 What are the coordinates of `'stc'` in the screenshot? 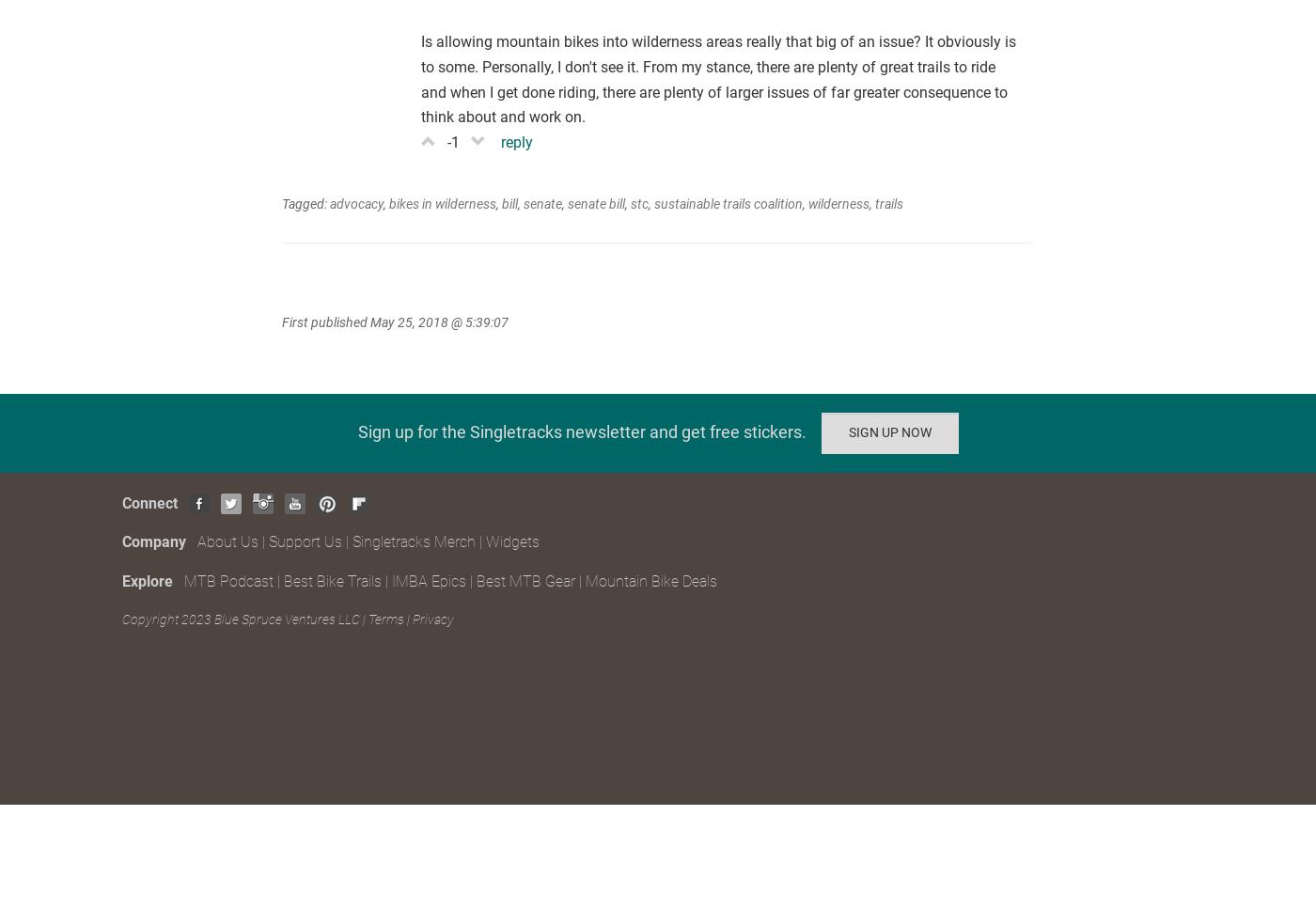 It's located at (631, 201).